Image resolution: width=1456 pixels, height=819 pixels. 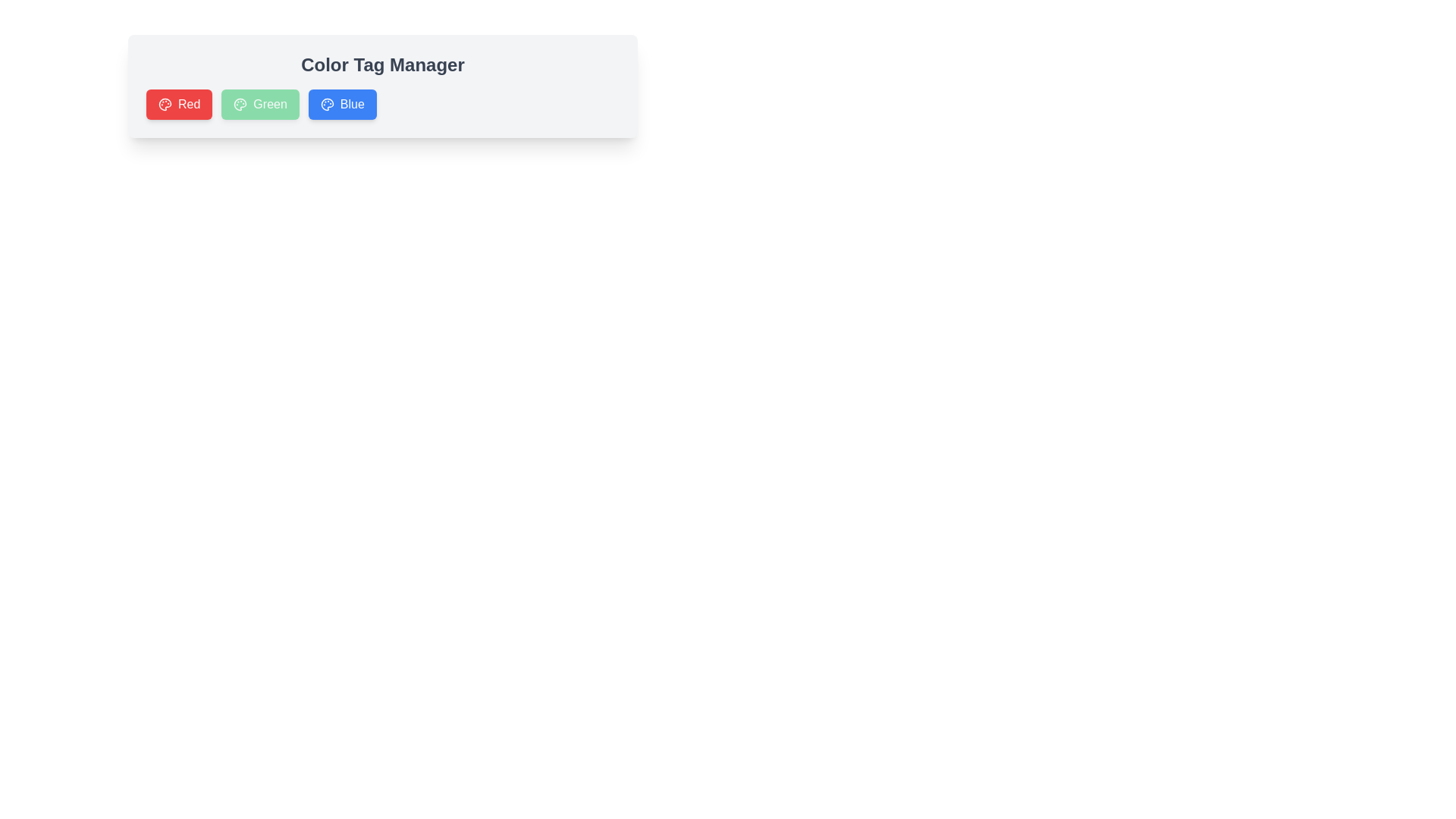 What do you see at coordinates (259, 104) in the screenshot?
I see `the button labeled Green to observe its hover effect` at bounding box center [259, 104].